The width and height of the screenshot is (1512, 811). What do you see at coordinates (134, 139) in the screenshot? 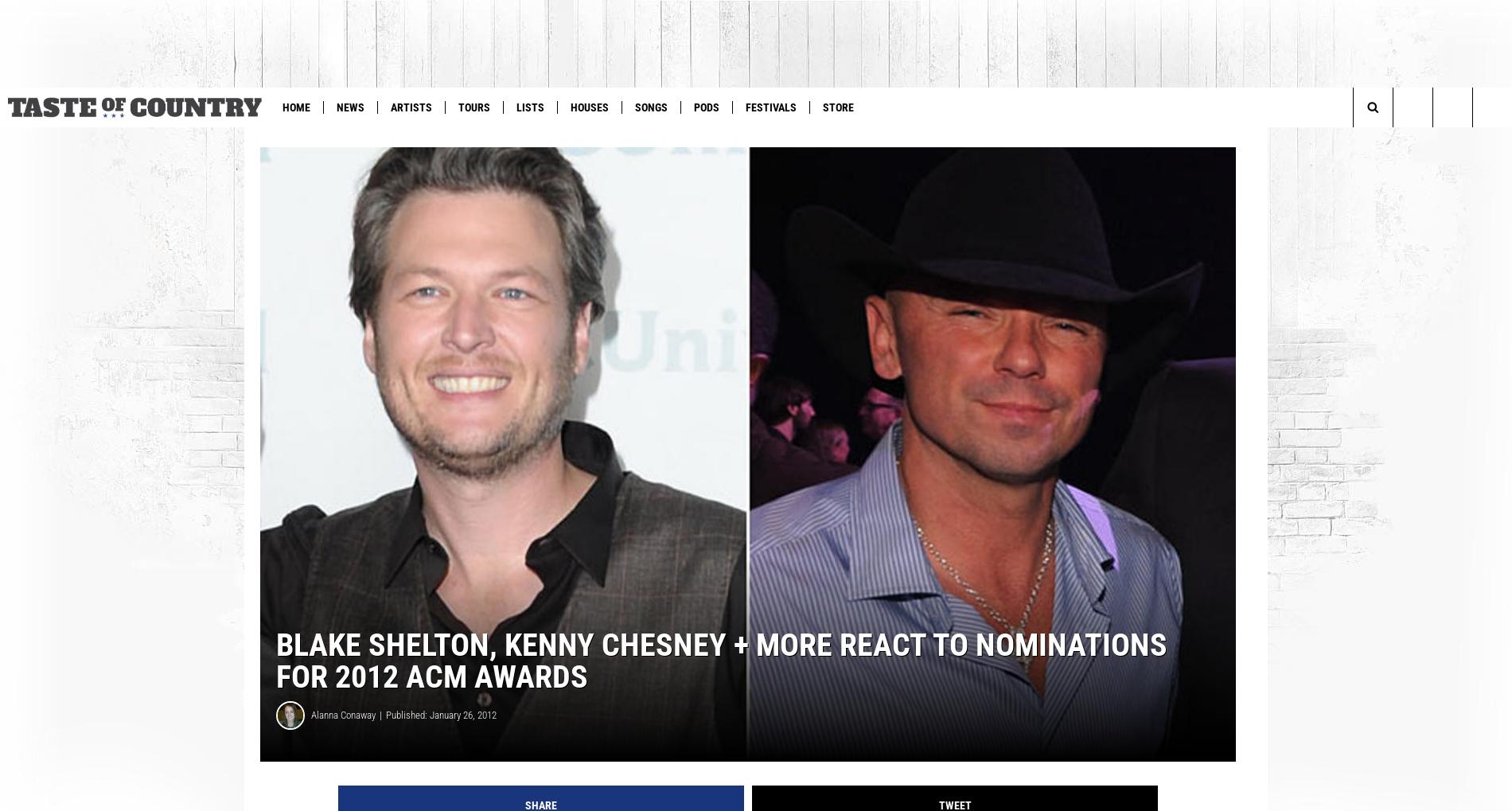
I see `'2024 Grammy Nominees'` at bounding box center [134, 139].